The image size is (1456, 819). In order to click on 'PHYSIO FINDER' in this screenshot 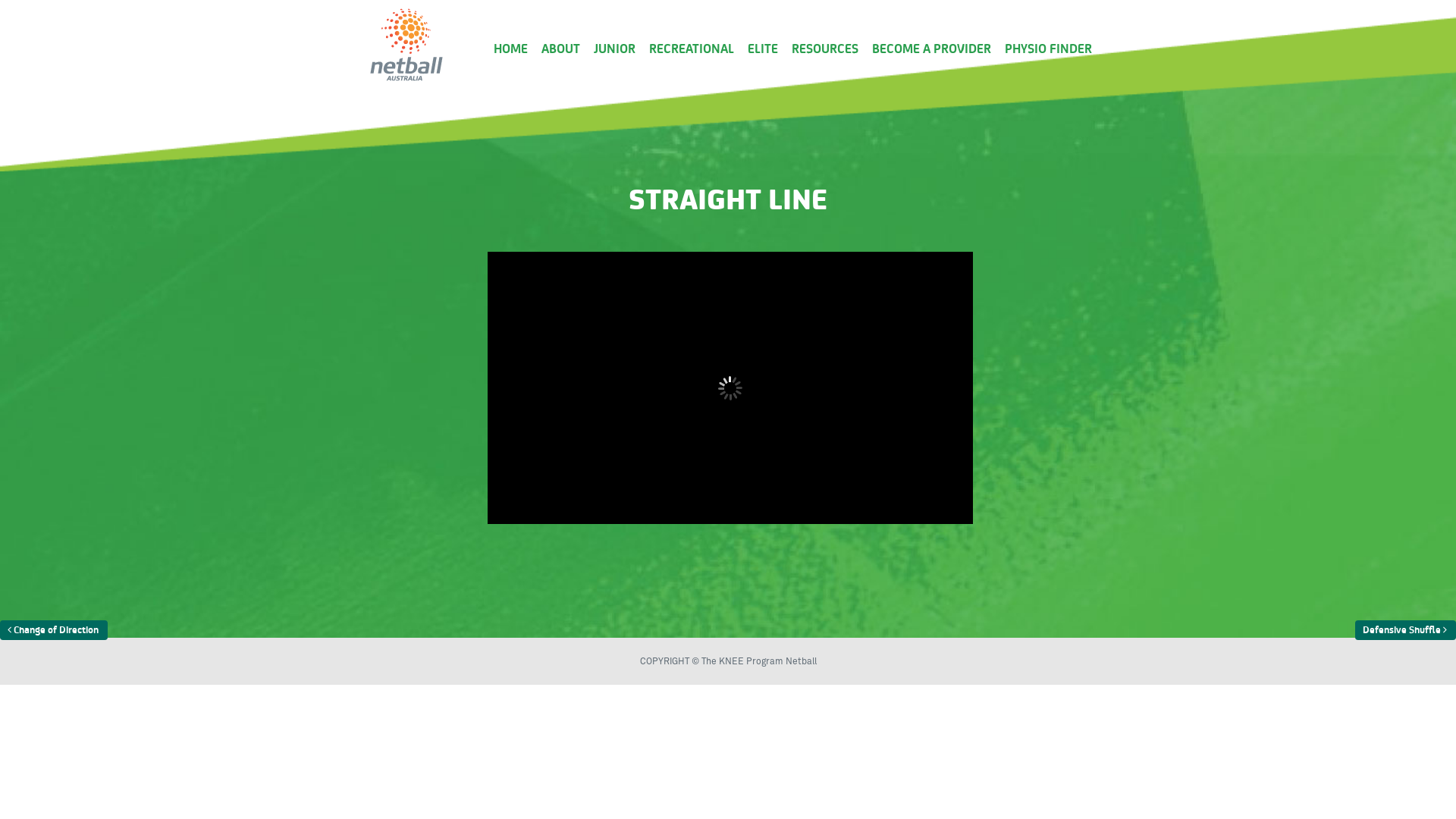, I will do `click(1040, 48)`.